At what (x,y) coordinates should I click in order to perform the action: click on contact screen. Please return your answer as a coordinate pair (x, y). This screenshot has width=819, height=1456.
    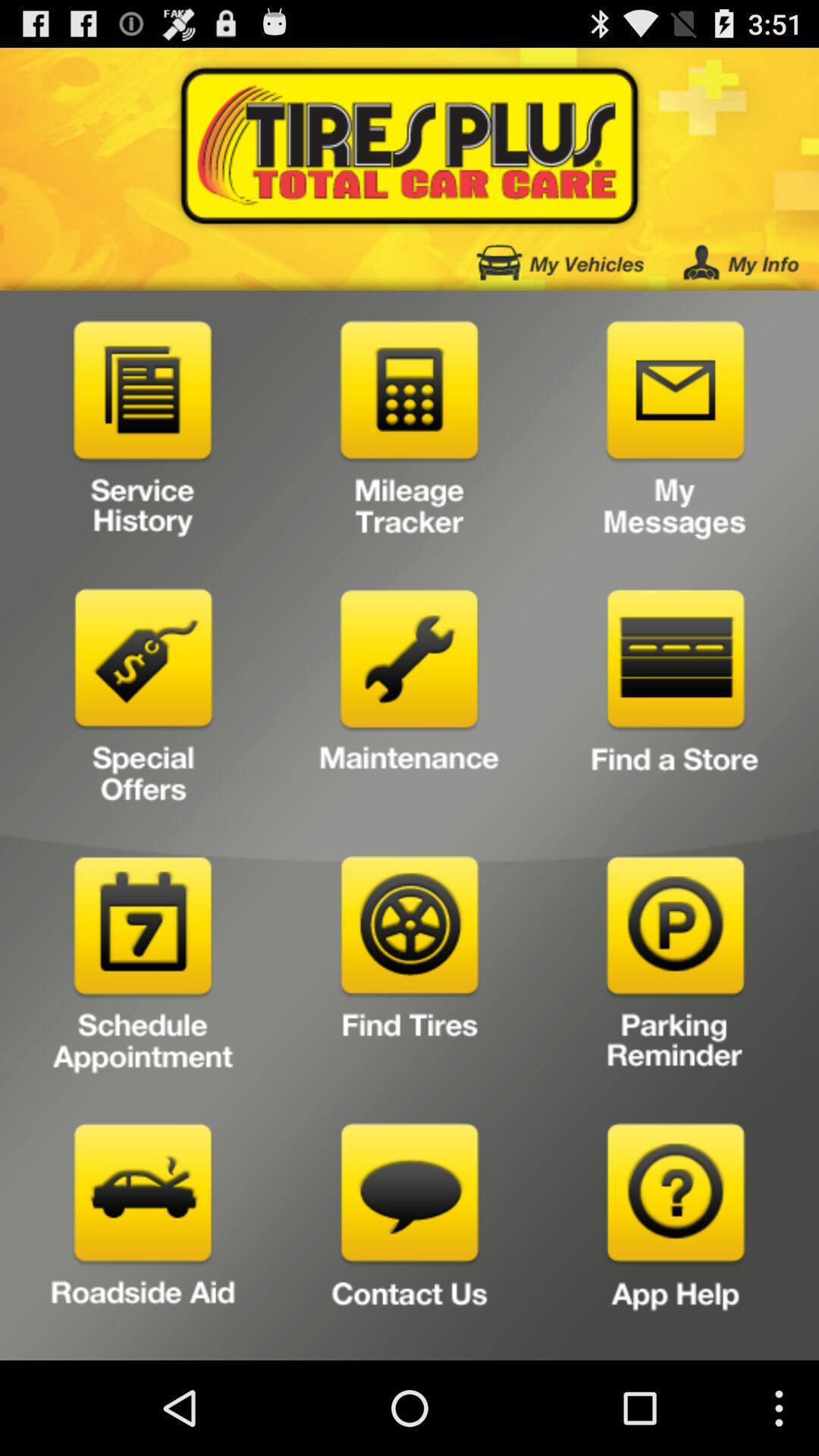
    Looking at the image, I should click on (409, 1236).